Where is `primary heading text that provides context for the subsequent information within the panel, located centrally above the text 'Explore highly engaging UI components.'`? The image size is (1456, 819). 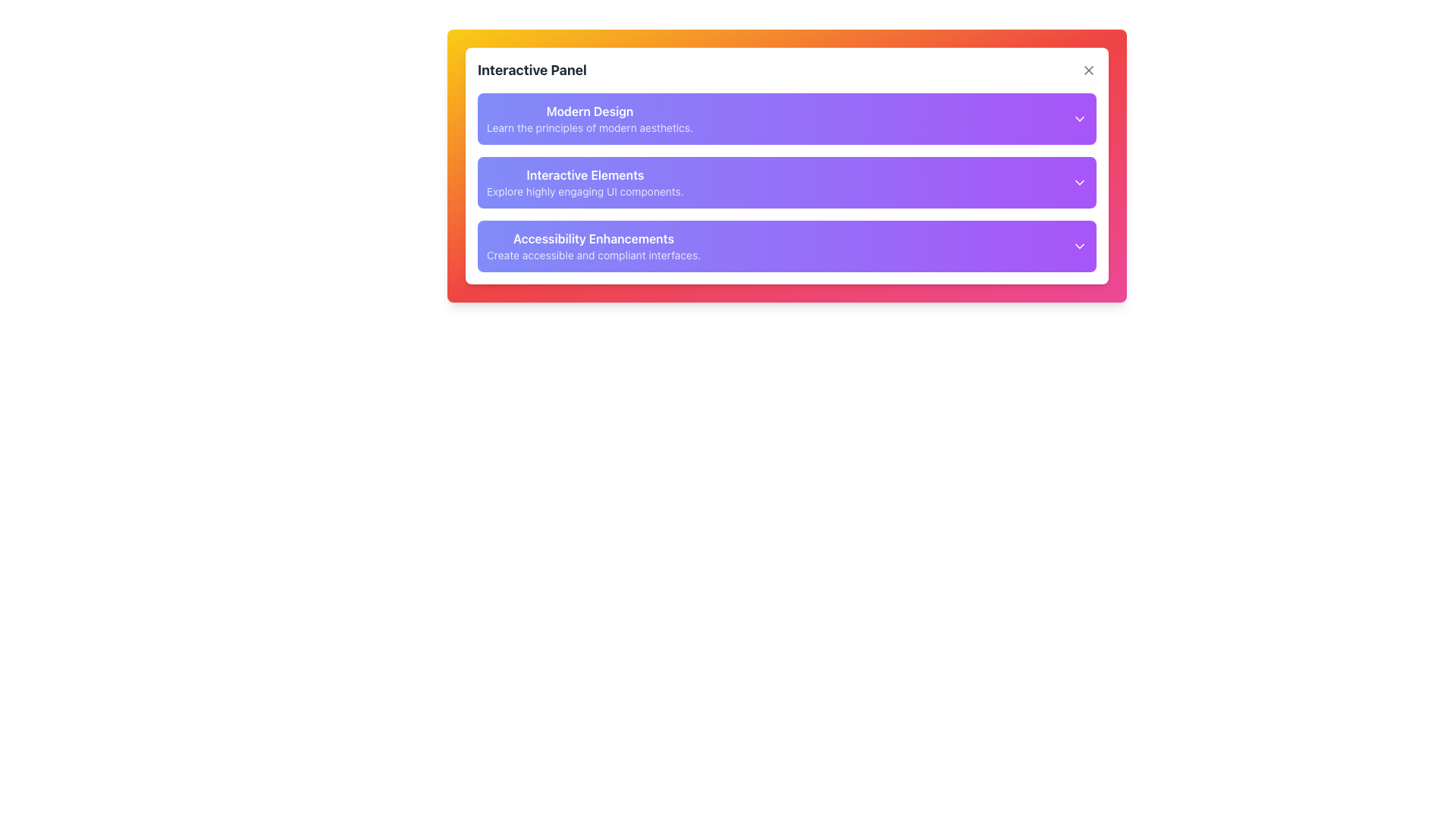
primary heading text that provides context for the subsequent information within the panel, located centrally above the text 'Explore highly engaging UI components.' is located at coordinates (585, 174).